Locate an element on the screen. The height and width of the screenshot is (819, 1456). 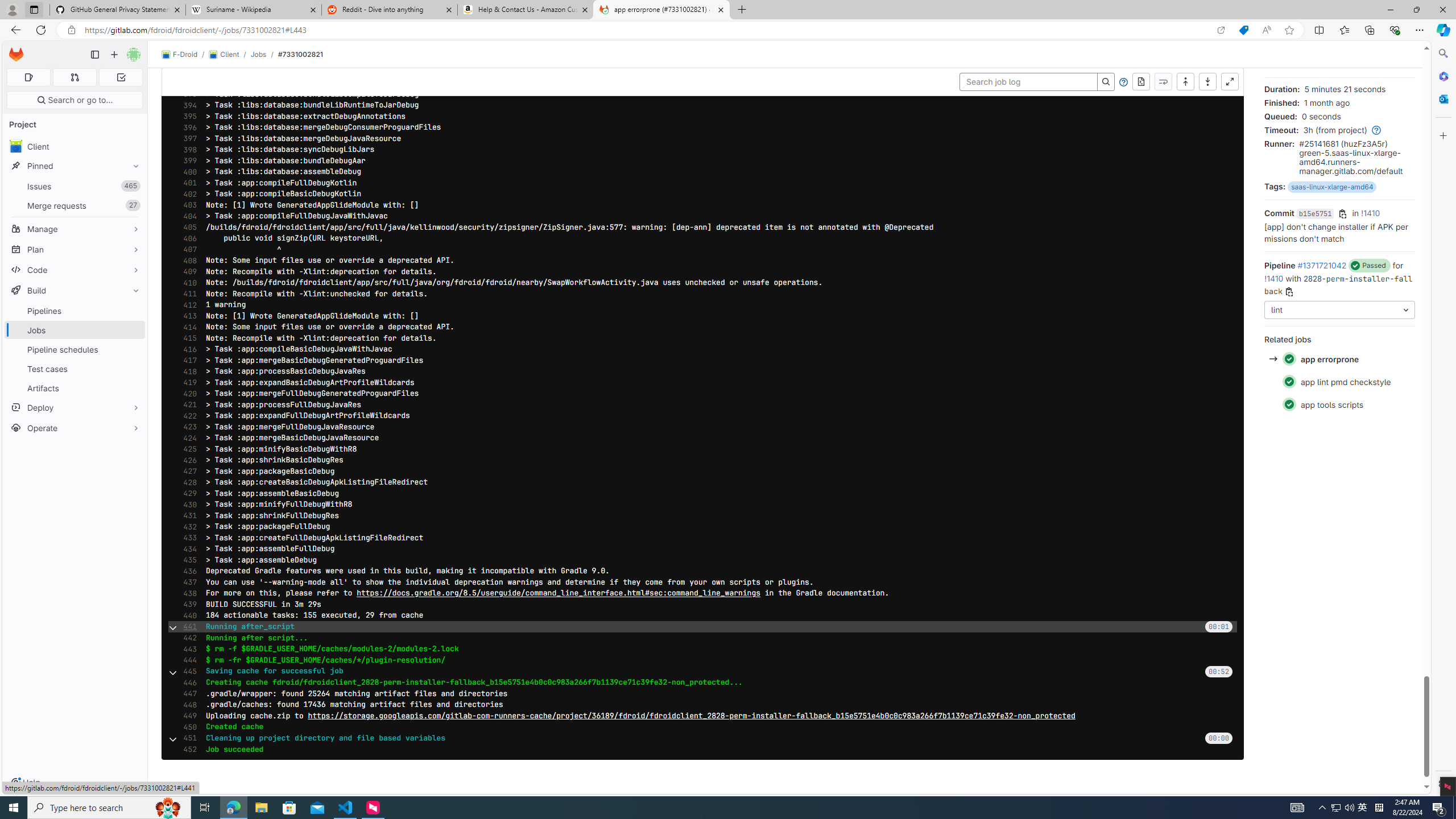
'409' is located at coordinates (186, 272).